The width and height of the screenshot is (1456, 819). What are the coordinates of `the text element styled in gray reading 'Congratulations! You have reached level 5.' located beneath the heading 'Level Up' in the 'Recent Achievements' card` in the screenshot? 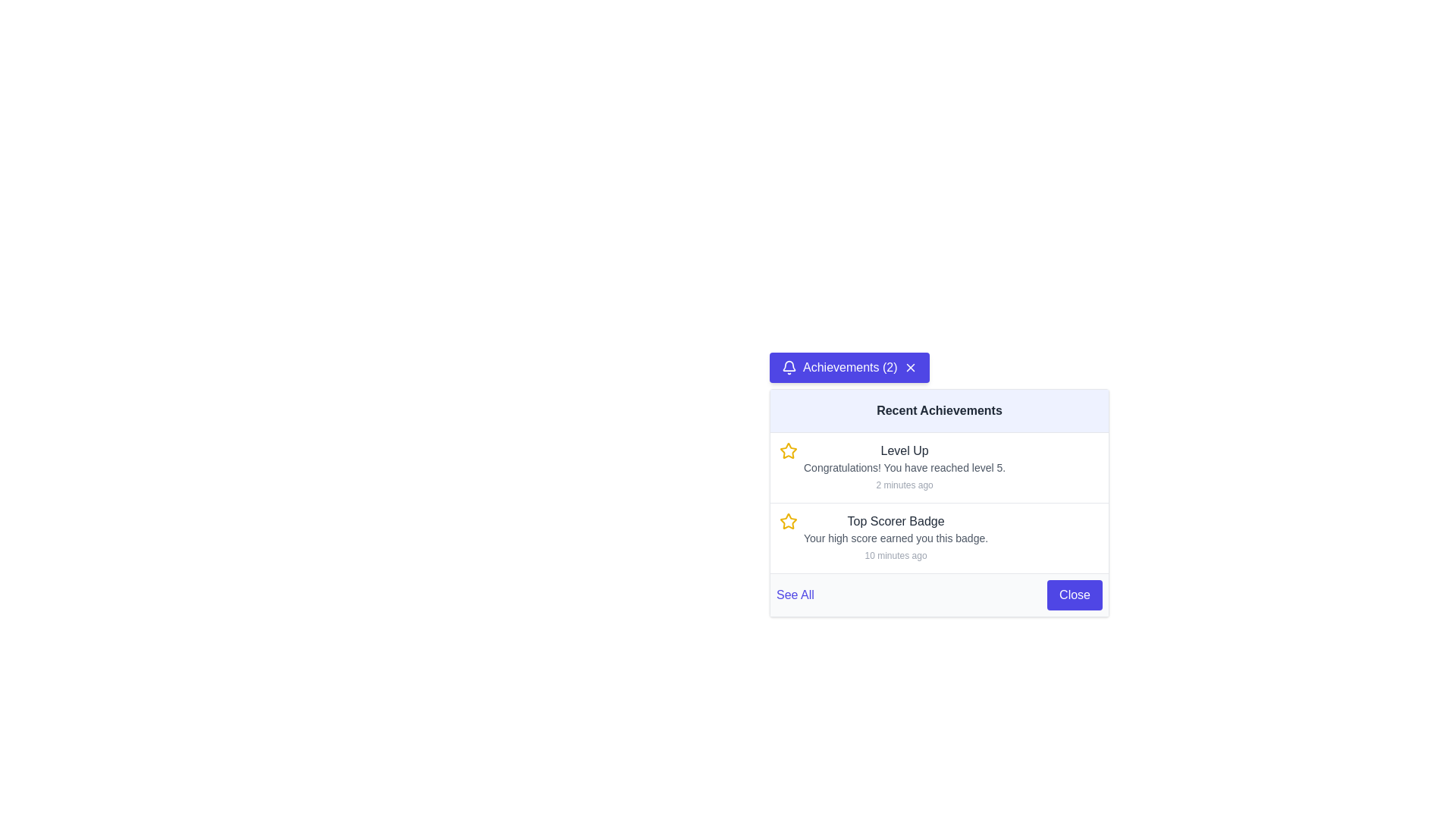 It's located at (905, 467).